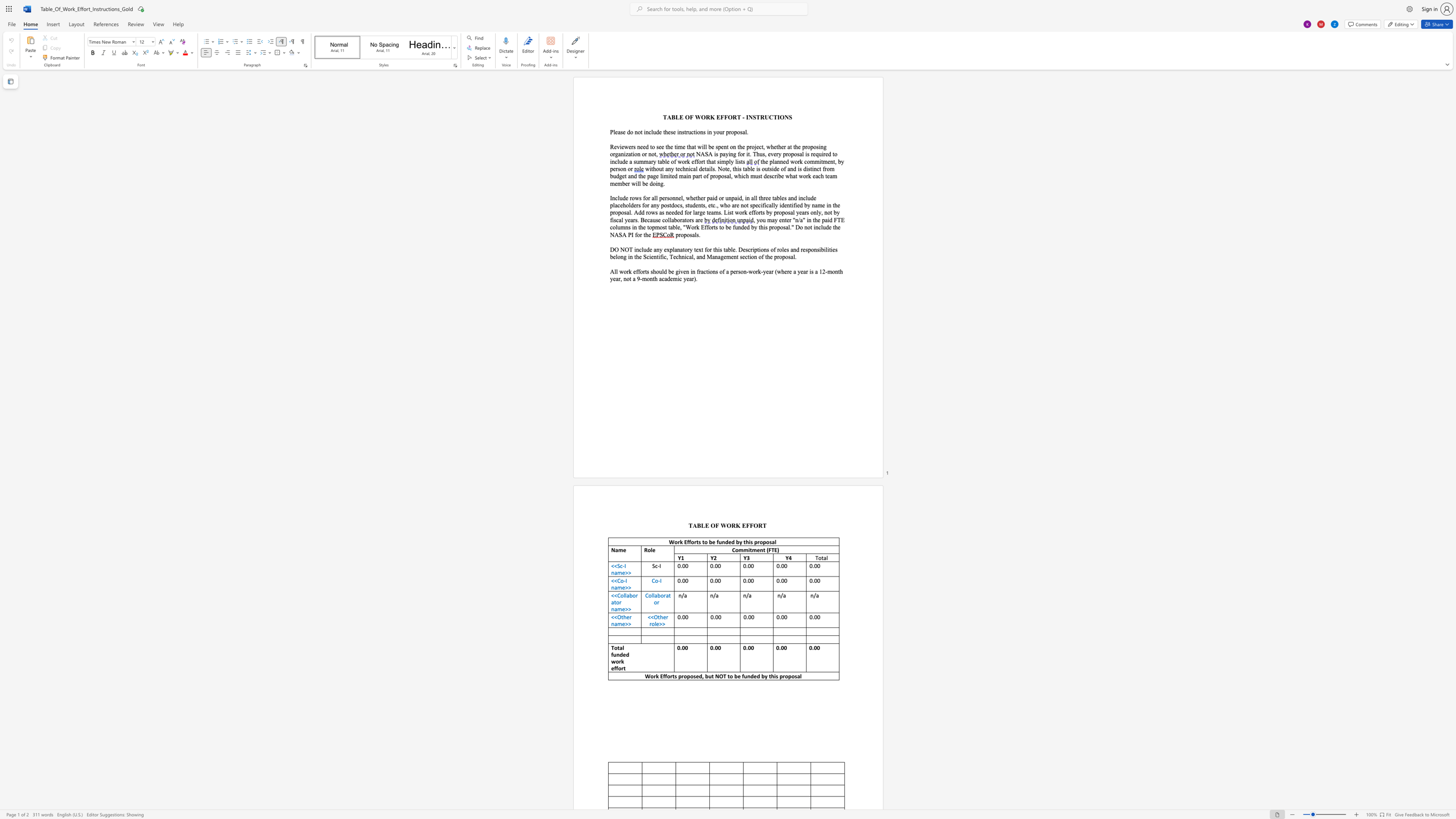  What do you see at coordinates (726, 198) in the screenshot?
I see `the 2th character "u" in the text` at bounding box center [726, 198].